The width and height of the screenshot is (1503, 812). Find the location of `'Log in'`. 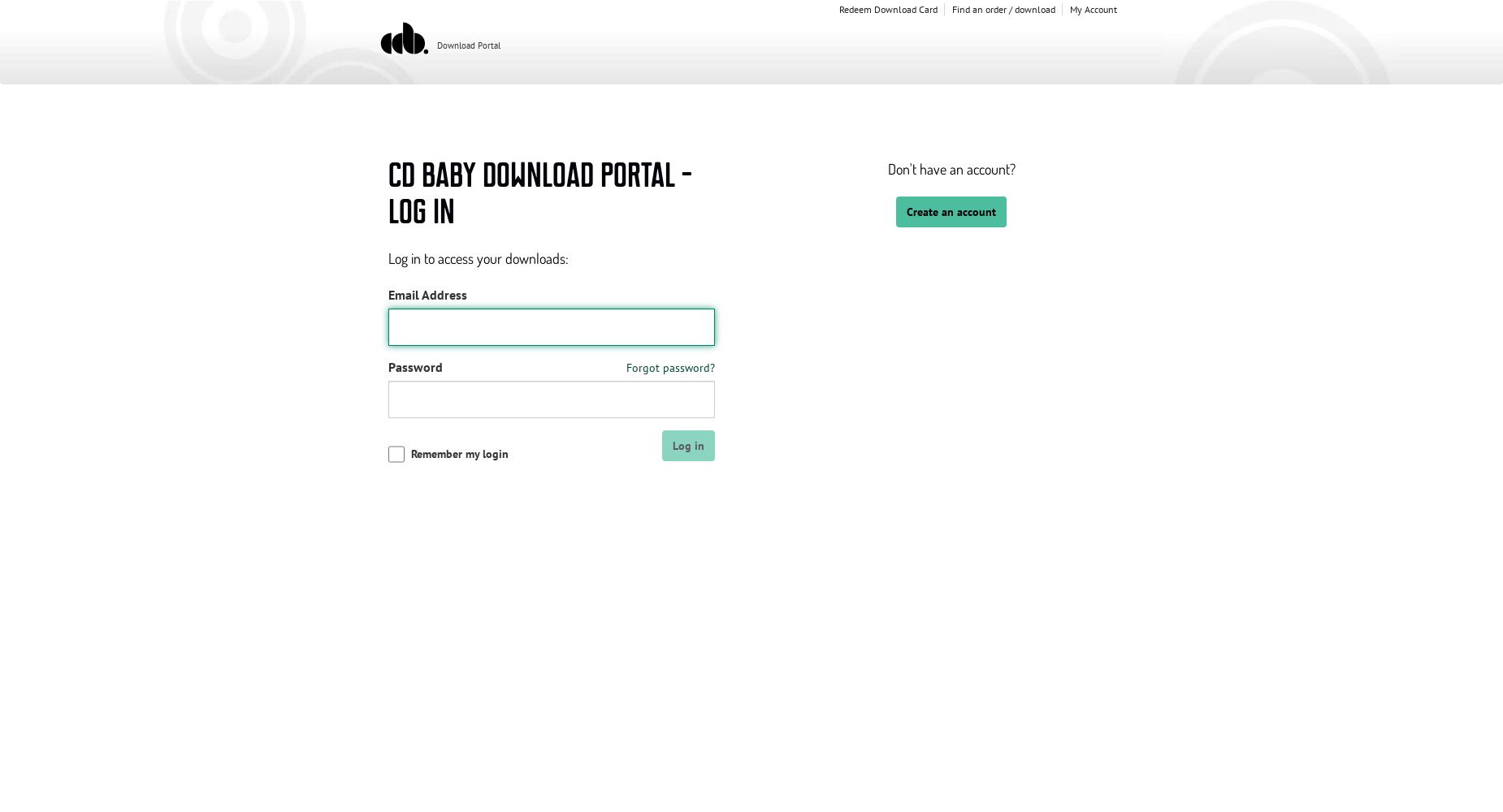

'Log in' is located at coordinates (688, 445).